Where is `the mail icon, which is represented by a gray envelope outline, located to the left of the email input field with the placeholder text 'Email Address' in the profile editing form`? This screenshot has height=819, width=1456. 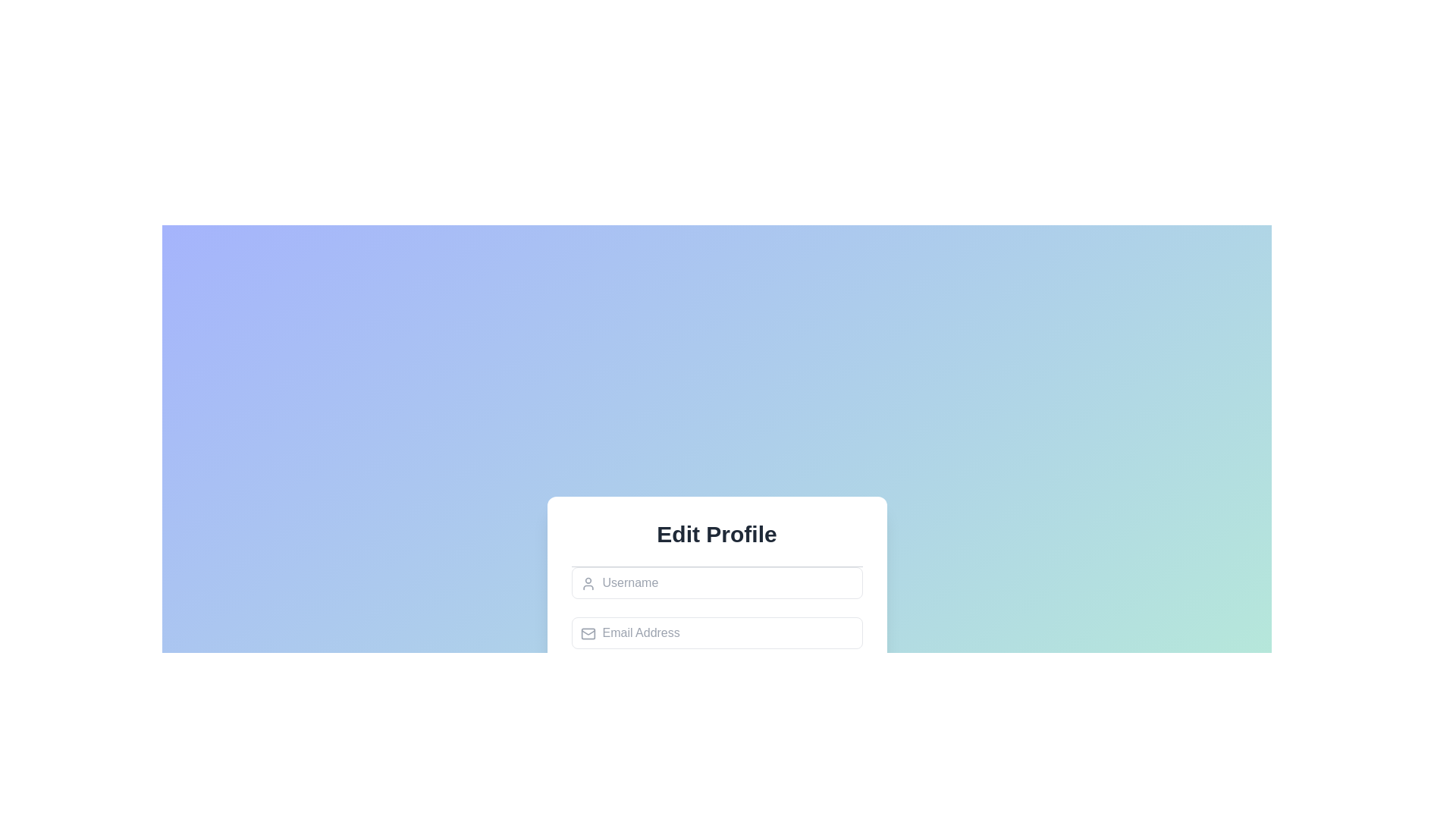
the mail icon, which is represented by a gray envelope outline, located to the left of the email input field with the placeholder text 'Email Address' in the profile editing form is located at coordinates (587, 634).